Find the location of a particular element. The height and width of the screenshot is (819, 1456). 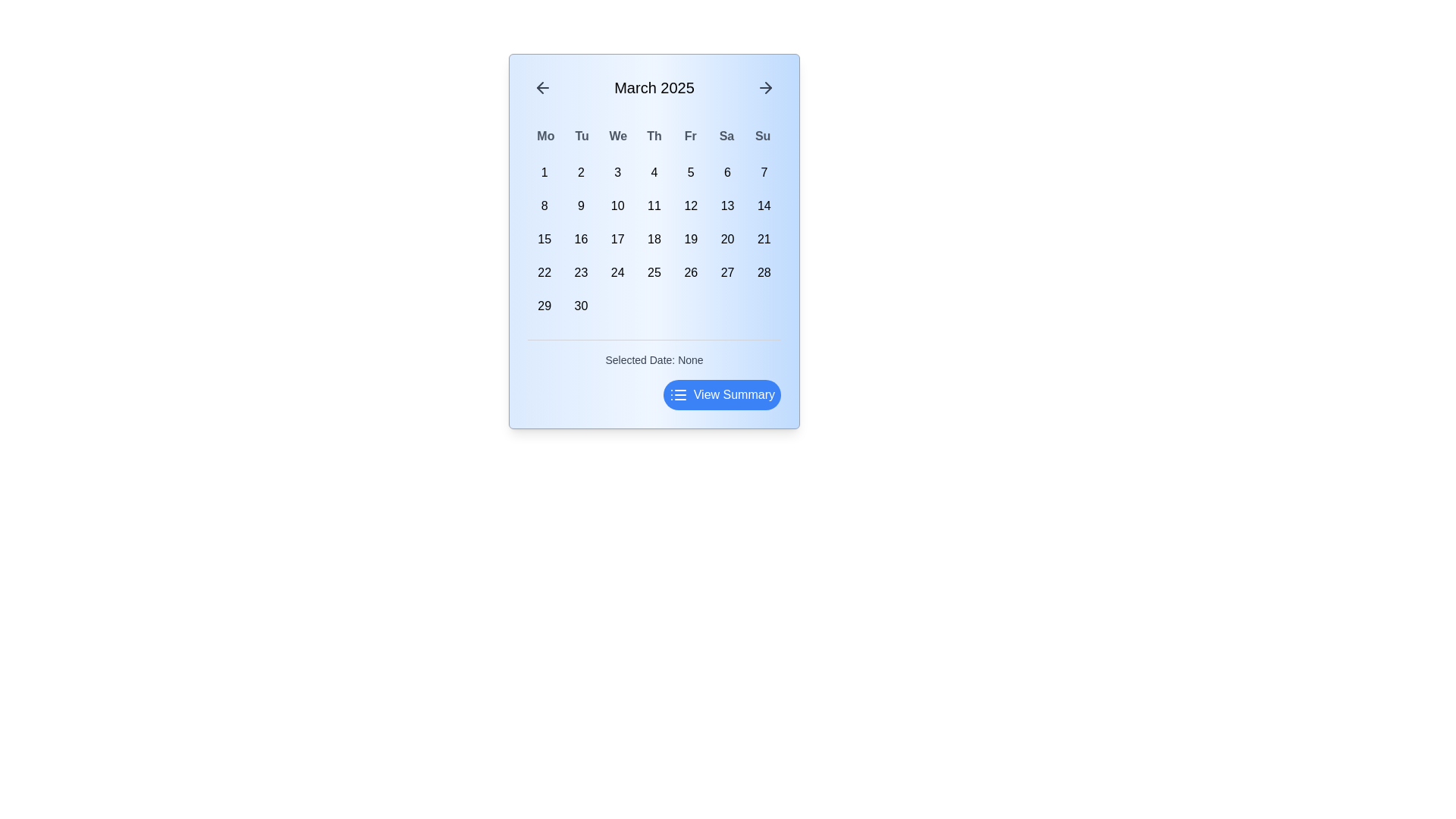

the displayed text 'March 2025' in the calendar interface, which is a bold and medium-sized text label positioned between two arrow icons is located at coordinates (654, 87).